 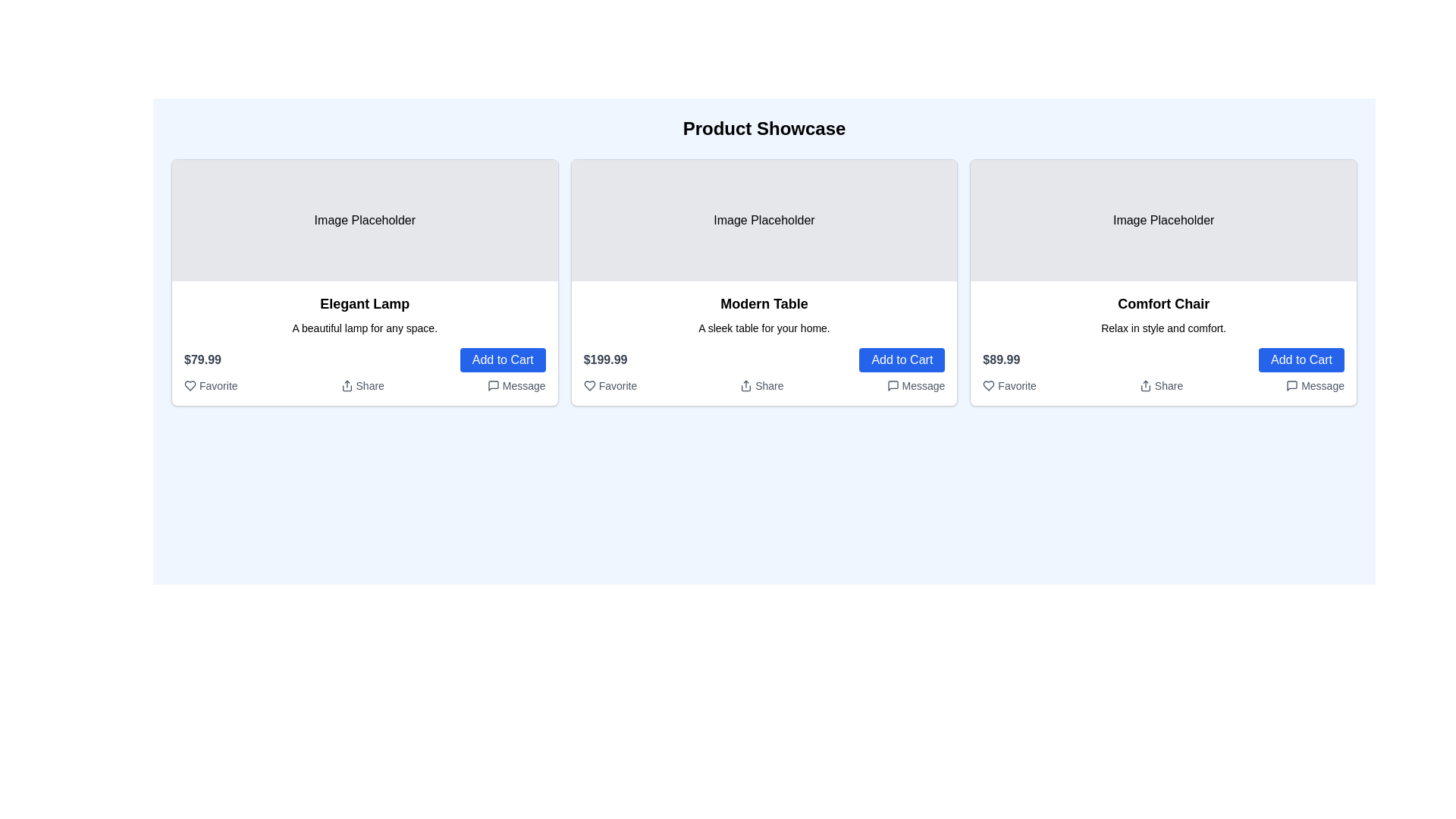 What do you see at coordinates (365, 304) in the screenshot?
I see `the 'Elegant Lamp' text label, which is located in the central product card below the image placeholder and above the description text` at bounding box center [365, 304].